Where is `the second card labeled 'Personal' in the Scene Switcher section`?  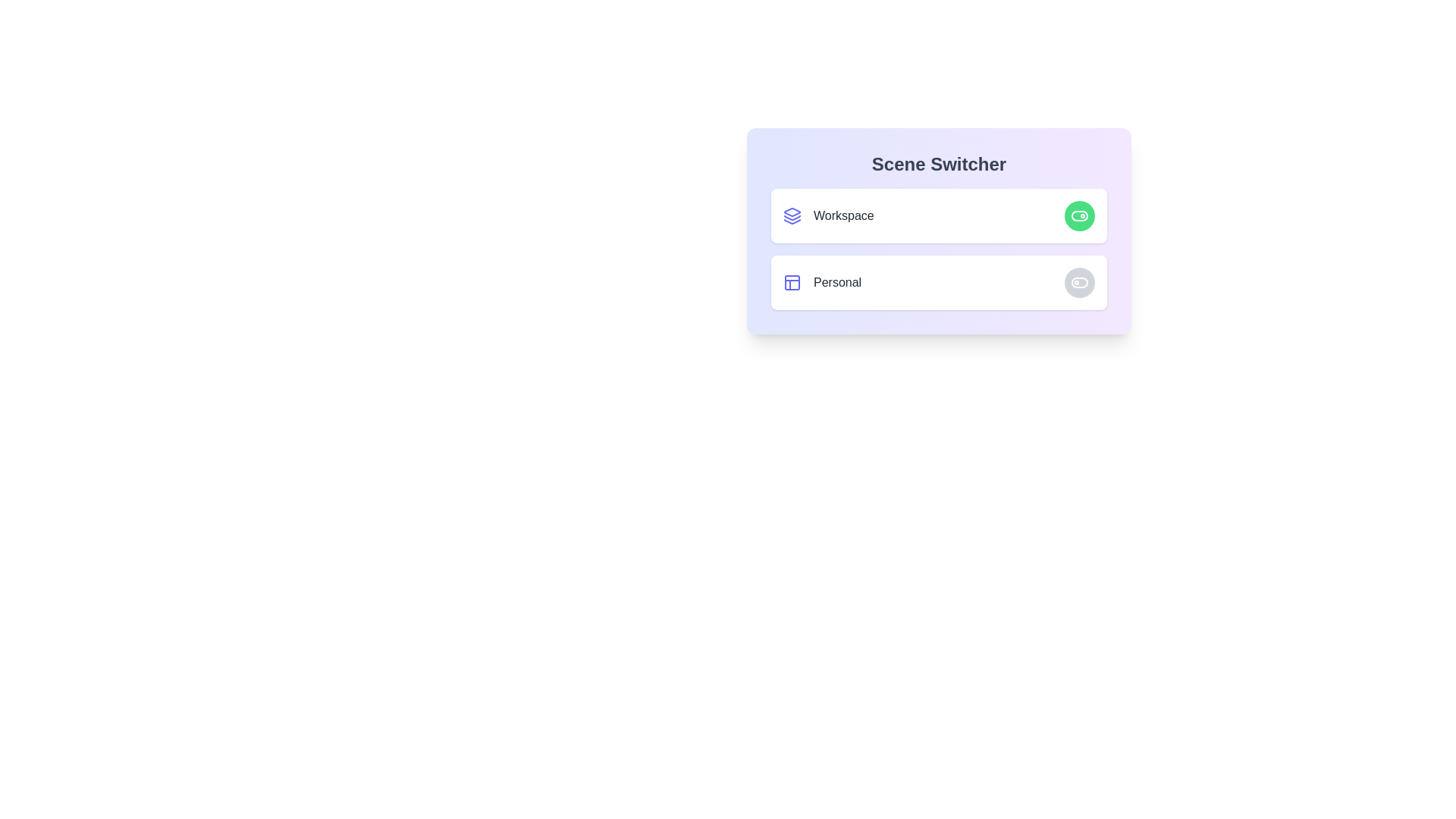 the second card labeled 'Personal' in the Scene Switcher section is located at coordinates (938, 283).